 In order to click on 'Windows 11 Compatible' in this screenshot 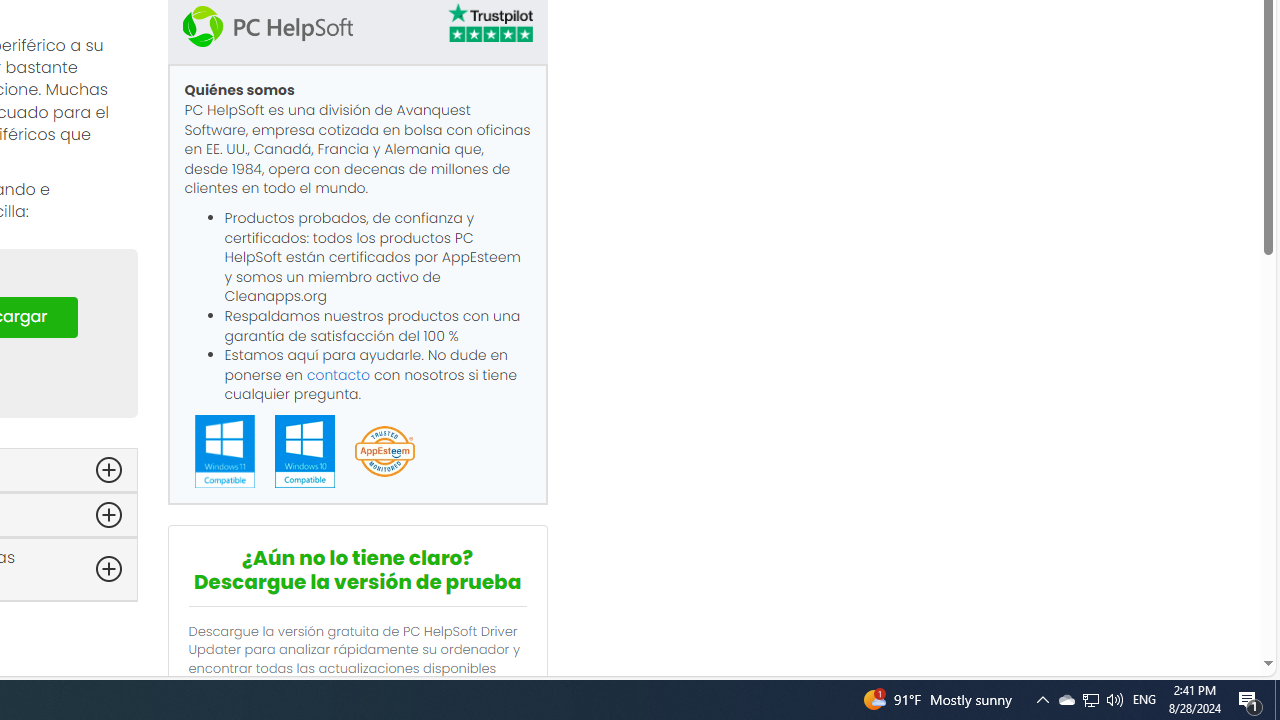, I will do `click(224, 451)`.